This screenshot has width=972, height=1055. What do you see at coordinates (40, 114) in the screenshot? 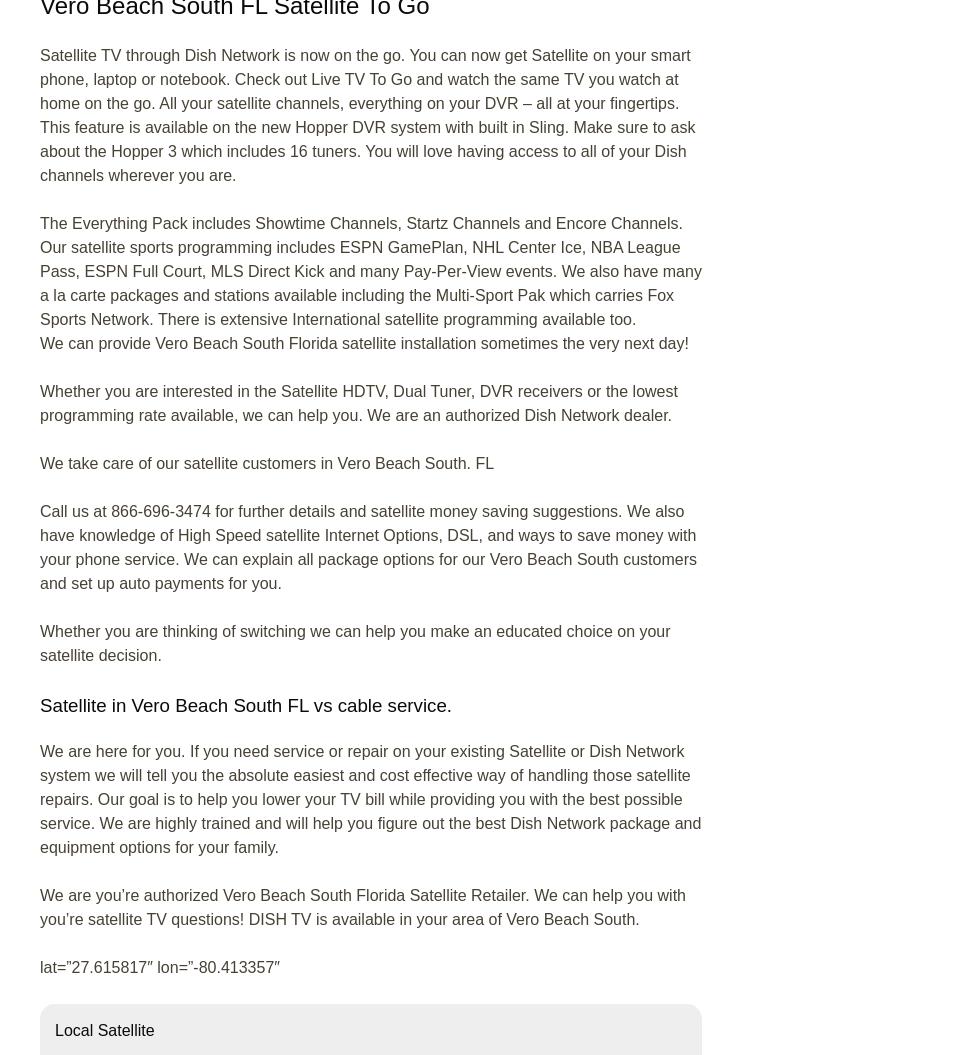
I see `'Satellite TV through Dish Network is now on the go. You can now get Satellite on your smart phone, laptop or notebook. Check out Live TV To Go and watch the same TV you watch at home on the go. All your satellite channels, everything on your DVR – all at your fingertips. This feature is available on the new Hopper DVR system with built in Sling. Make sure to ask about the Hopper 3 which includes 16 tuners. You will love having access to all of your Dish channels wherever you are.'` at bounding box center [40, 114].